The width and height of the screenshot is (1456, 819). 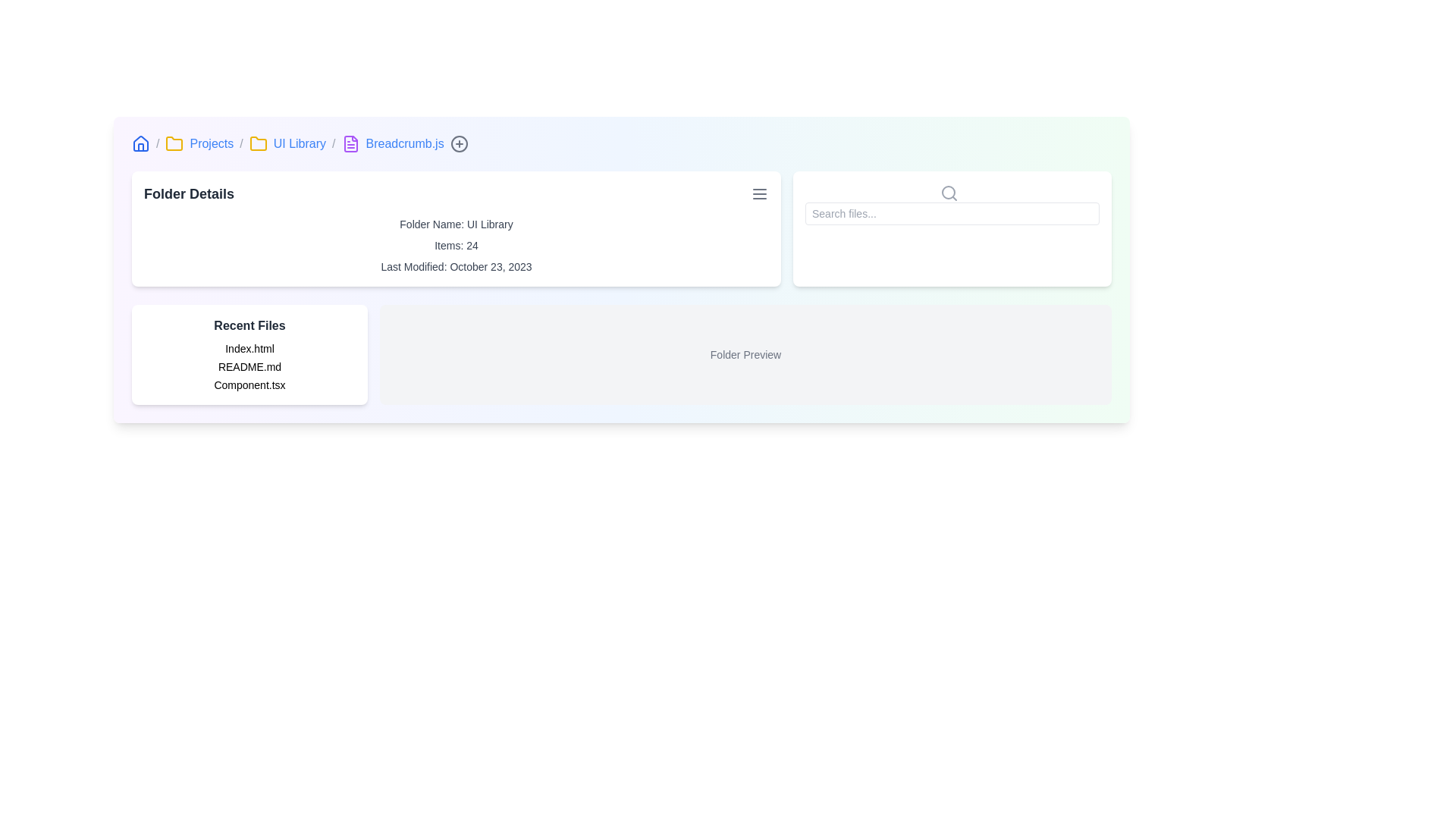 What do you see at coordinates (458, 143) in the screenshot?
I see `the button located at the end of the breadcrumb navigation bar, which is used for adding new elements or initiating a creation action related to the current context` at bounding box center [458, 143].